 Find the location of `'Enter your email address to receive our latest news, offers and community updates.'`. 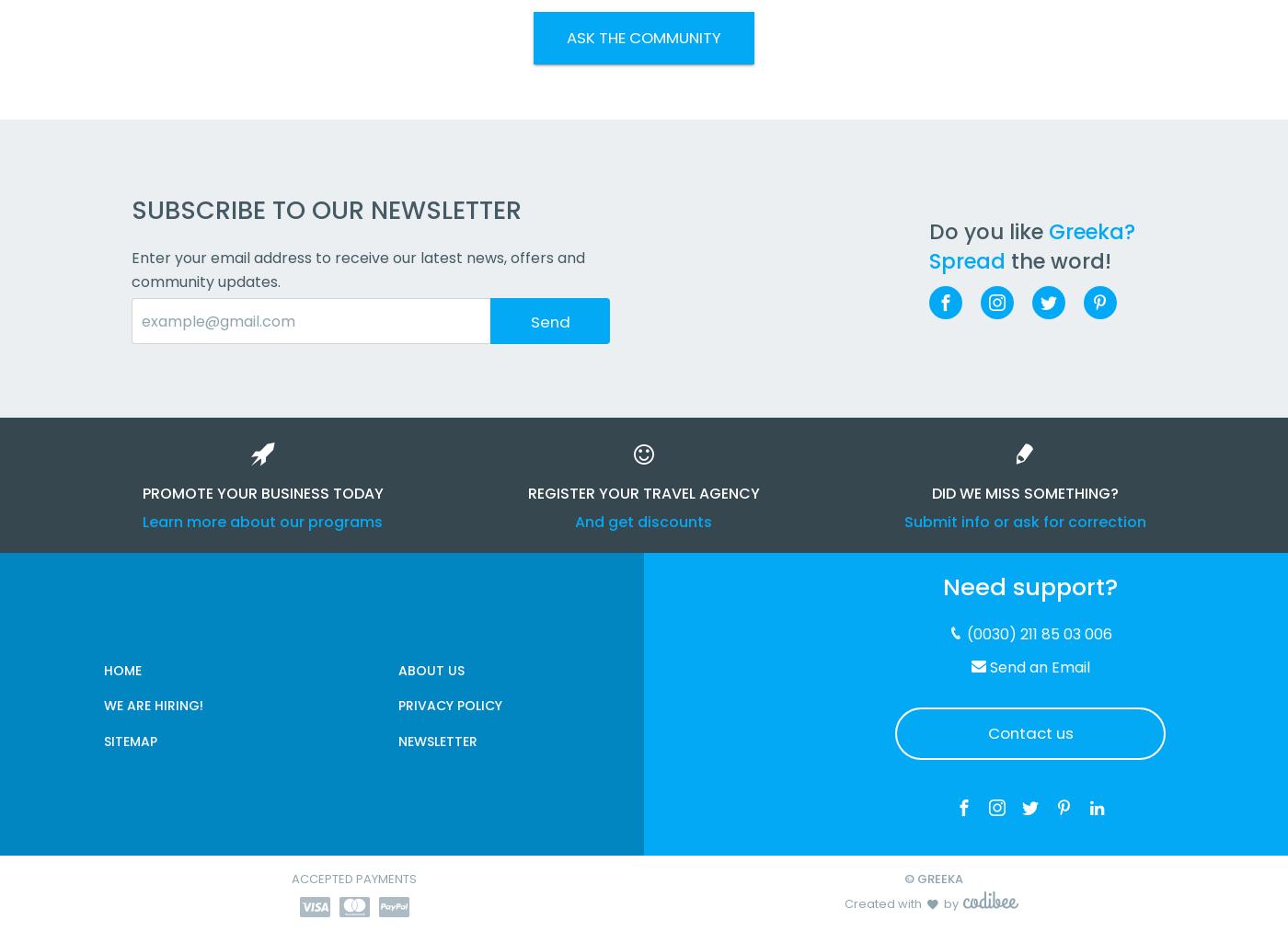

'Enter your email address to receive our latest news, offers and community updates.' is located at coordinates (358, 270).